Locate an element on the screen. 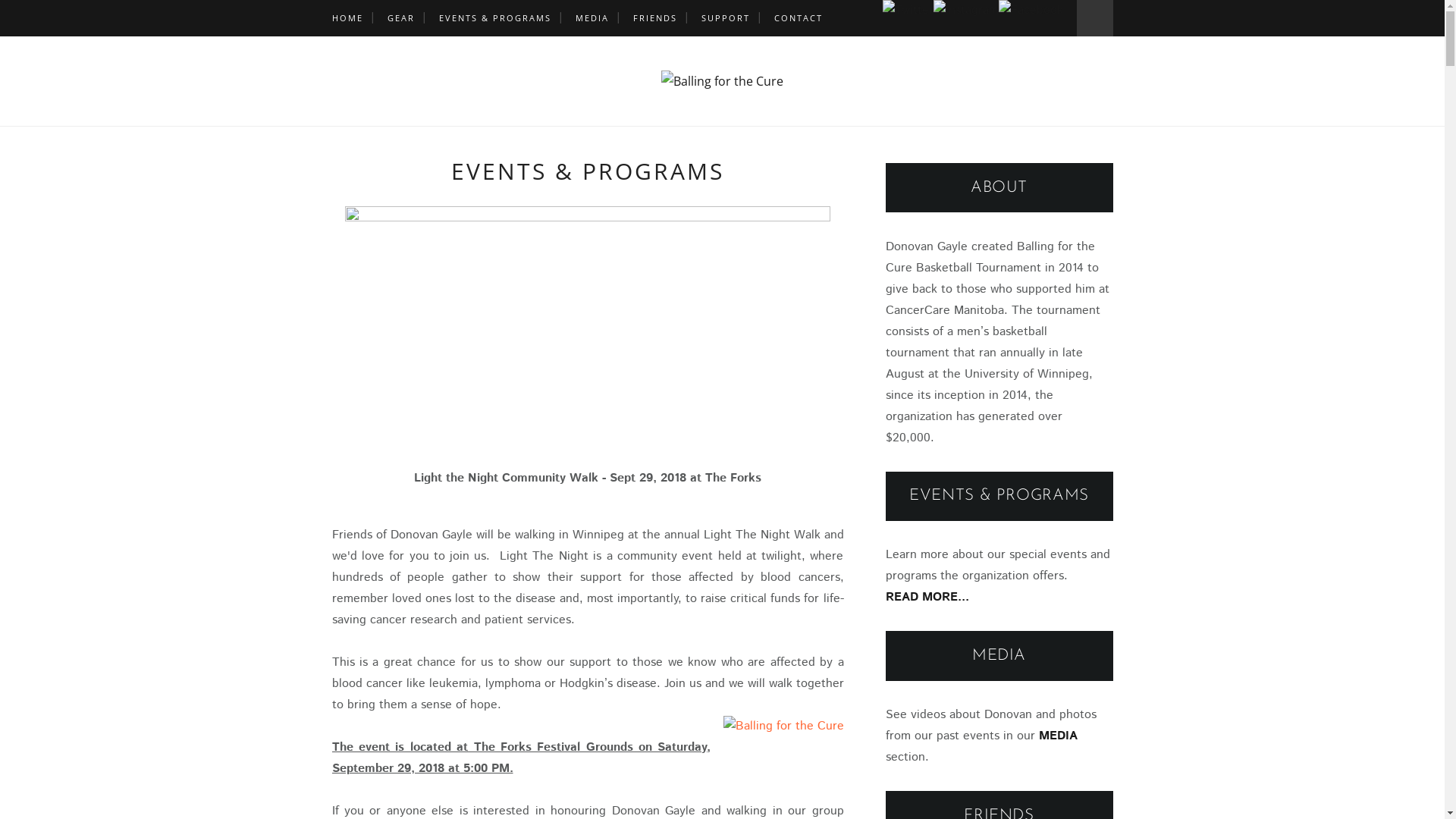  'READ MORE...' is located at coordinates (885, 596).